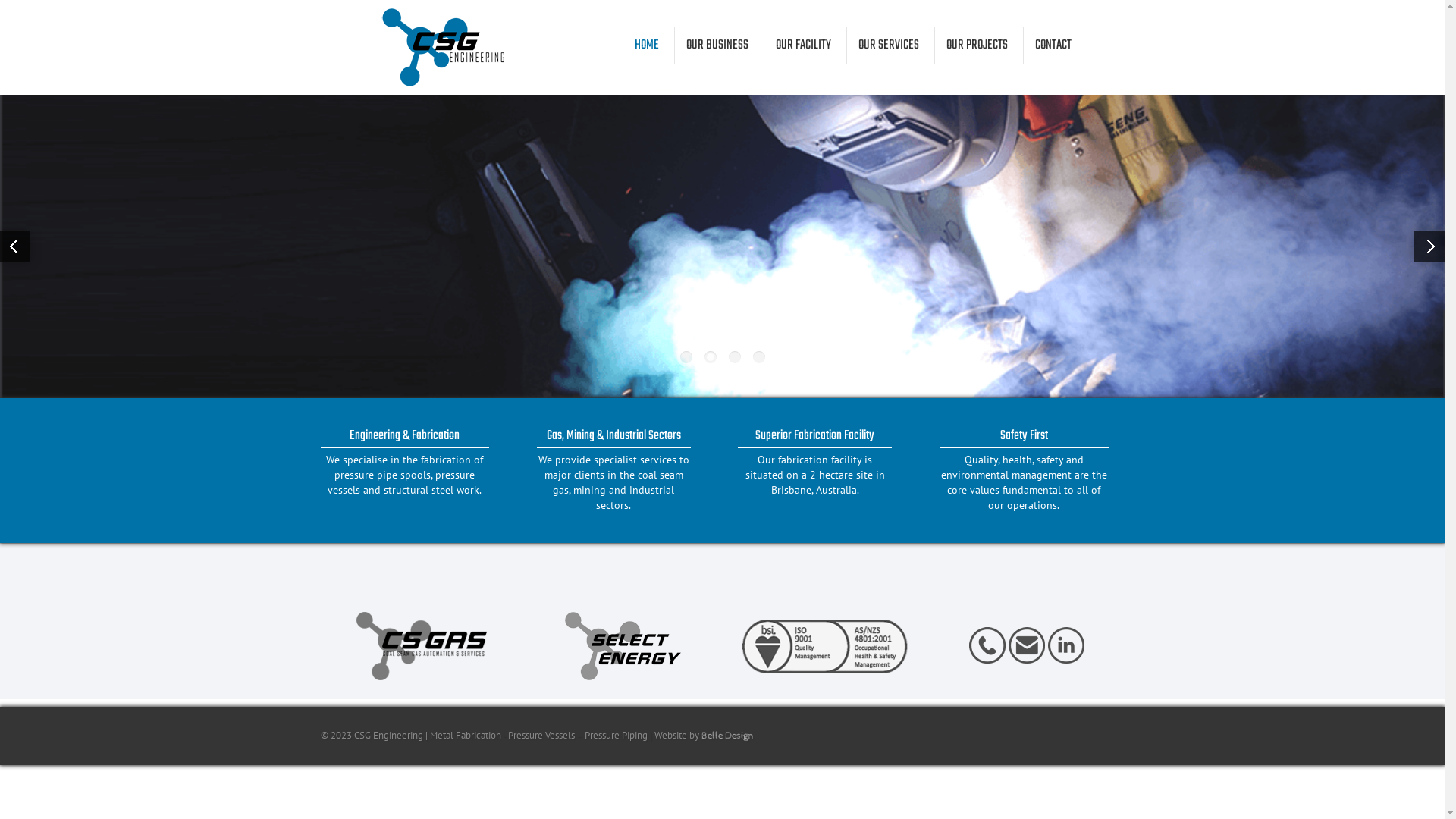 The height and width of the screenshot is (819, 1456). Describe the element at coordinates (645, 45) in the screenshot. I see `'HOME'` at that location.